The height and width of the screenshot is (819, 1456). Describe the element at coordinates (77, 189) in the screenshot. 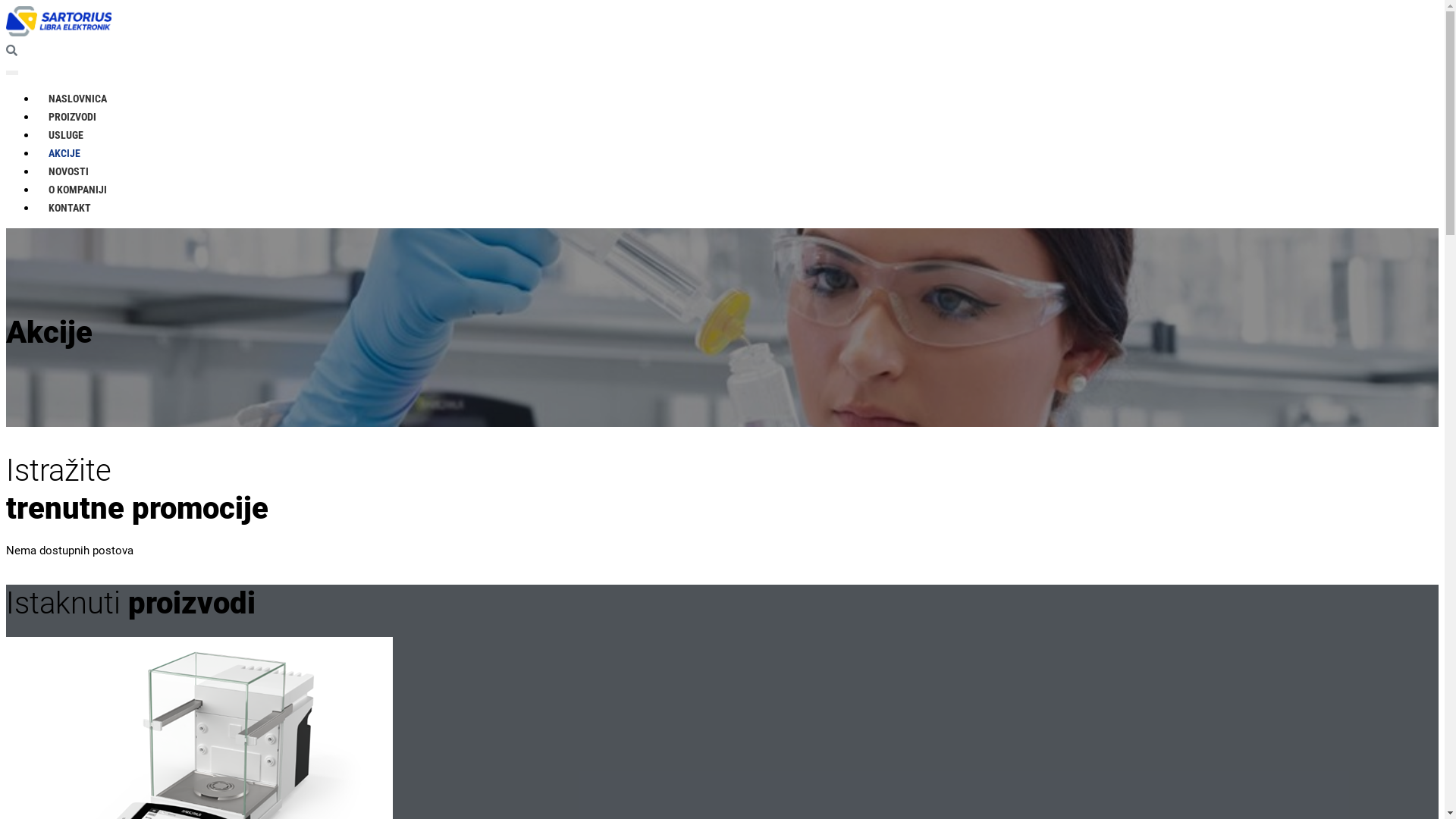

I see `'O KOMPANIJI'` at that location.